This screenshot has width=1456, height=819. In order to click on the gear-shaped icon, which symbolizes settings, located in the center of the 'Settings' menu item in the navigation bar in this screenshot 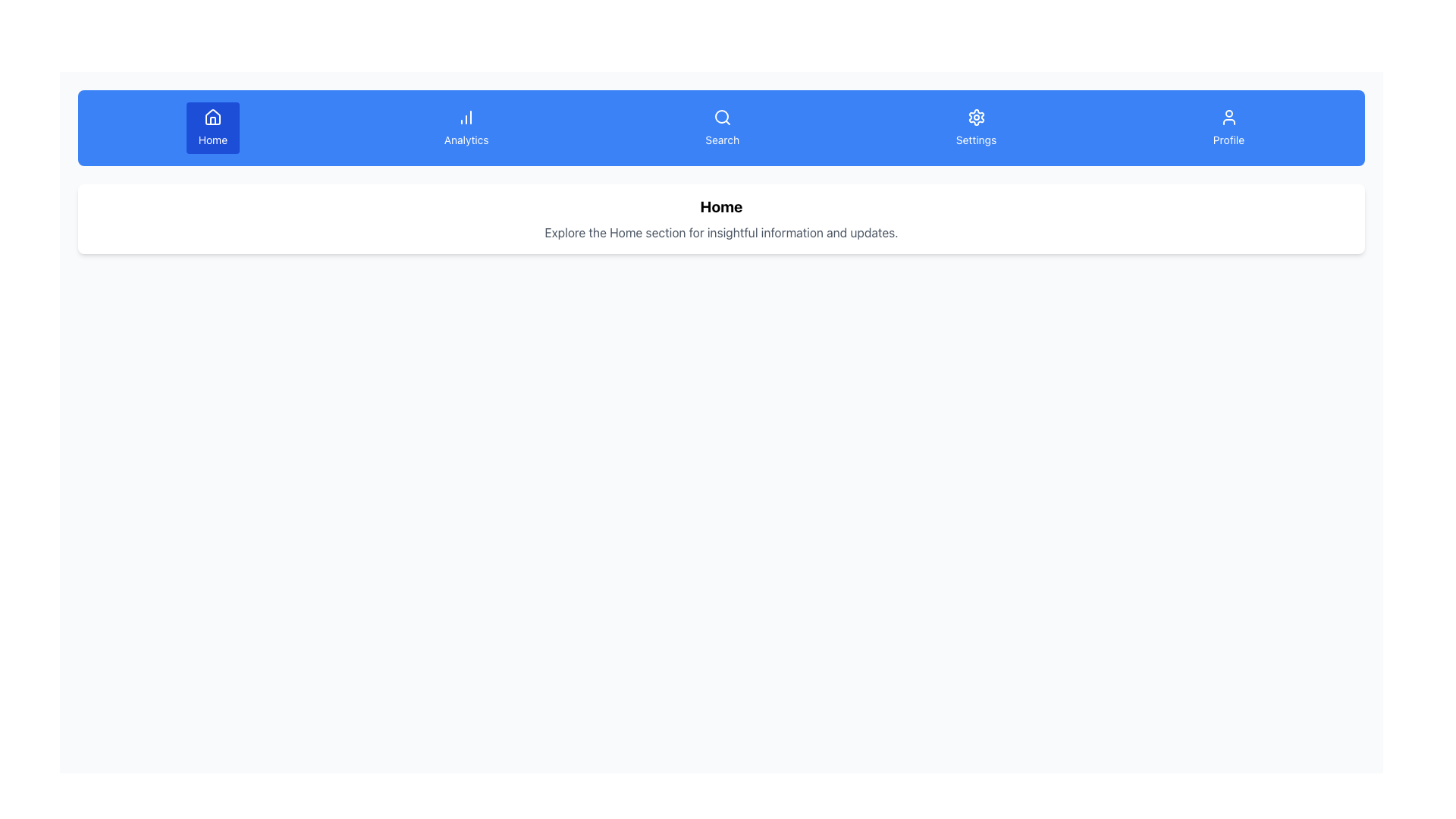, I will do `click(976, 116)`.